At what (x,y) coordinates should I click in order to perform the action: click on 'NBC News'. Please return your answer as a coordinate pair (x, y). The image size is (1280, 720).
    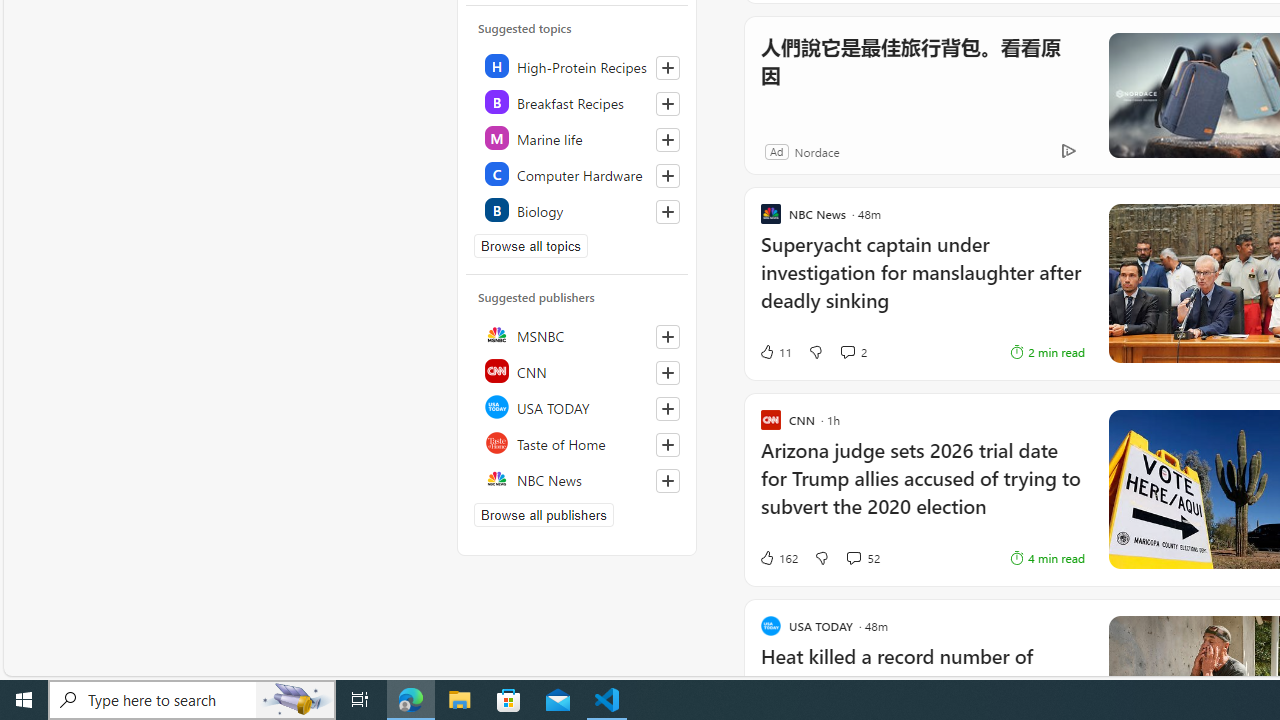
    Looking at the image, I should click on (577, 479).